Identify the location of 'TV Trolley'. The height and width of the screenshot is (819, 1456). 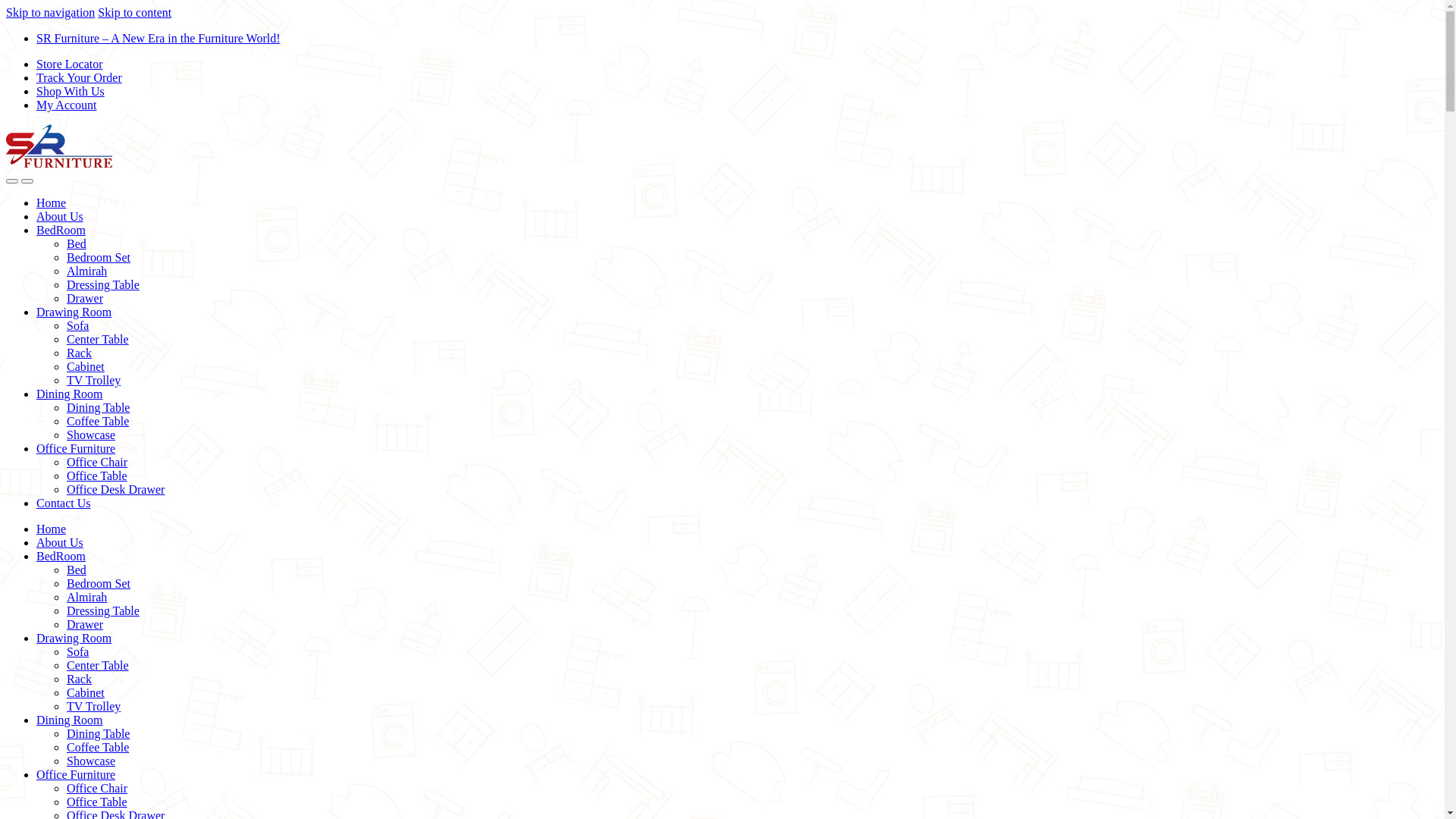
(65, 706).